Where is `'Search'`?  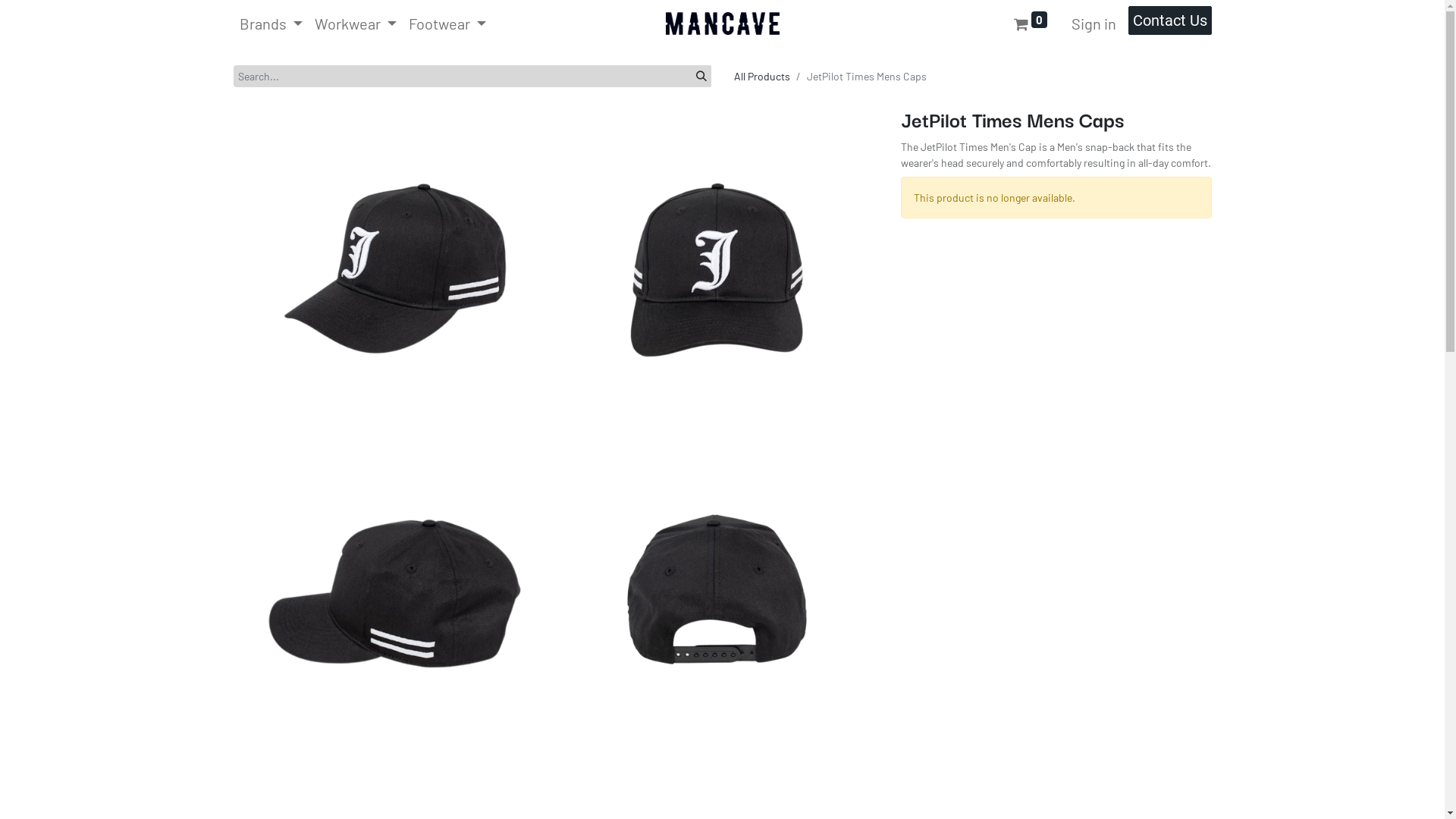 'Search' is located at coordinates (701, 76).